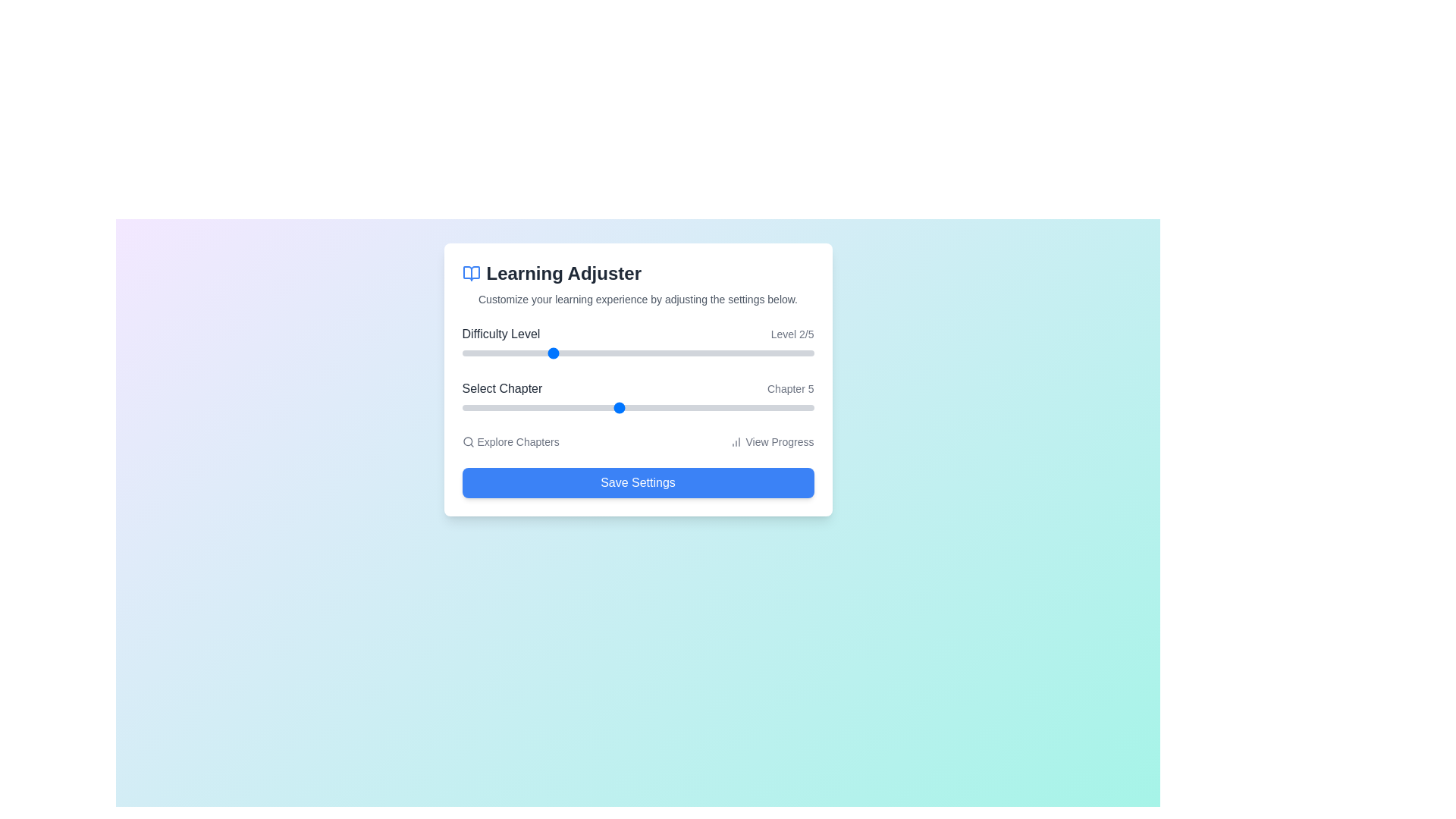 The image size is (1456, 819). Describe the element at coordinates (467, 441) in the screenshot. I see `the search icon, which is a minimalist outline magnifying glass located within the 'Explore Chapters' button, to trigger a tooltip or visual feedback` at that location.